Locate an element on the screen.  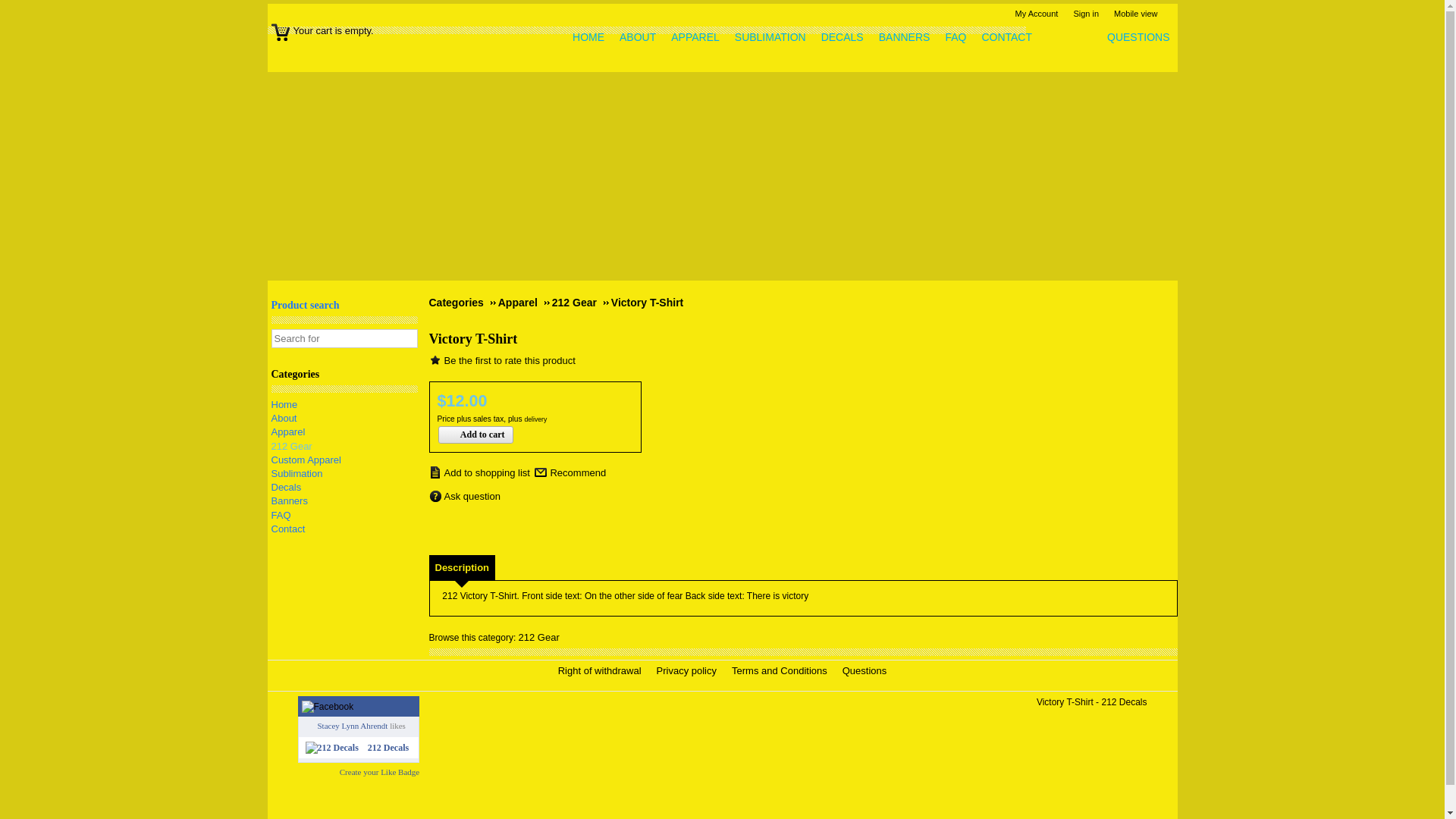
'Sublimation' is located at coordinates (271, 472).